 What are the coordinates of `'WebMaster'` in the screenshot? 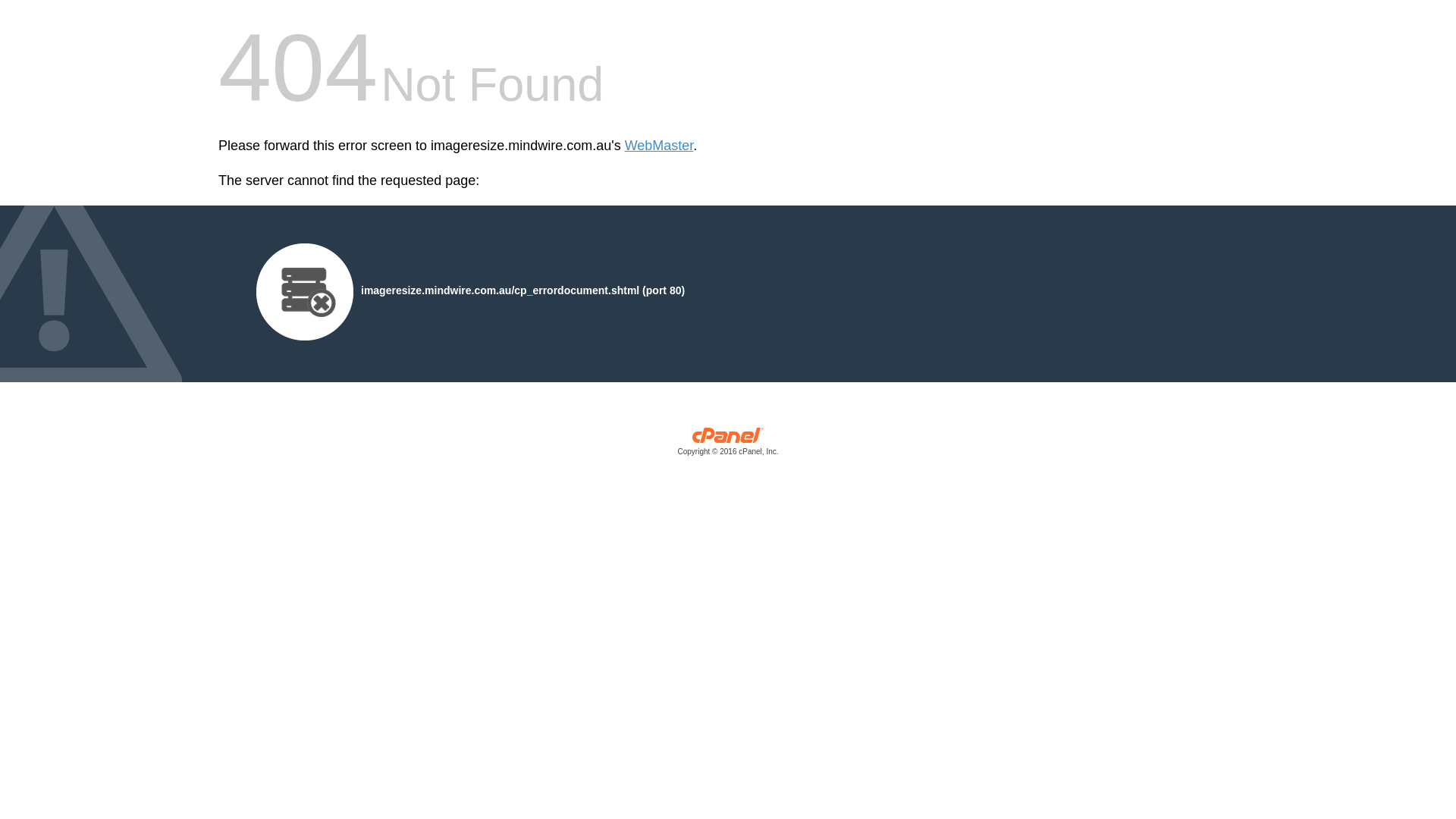 It's located at (659, 146).